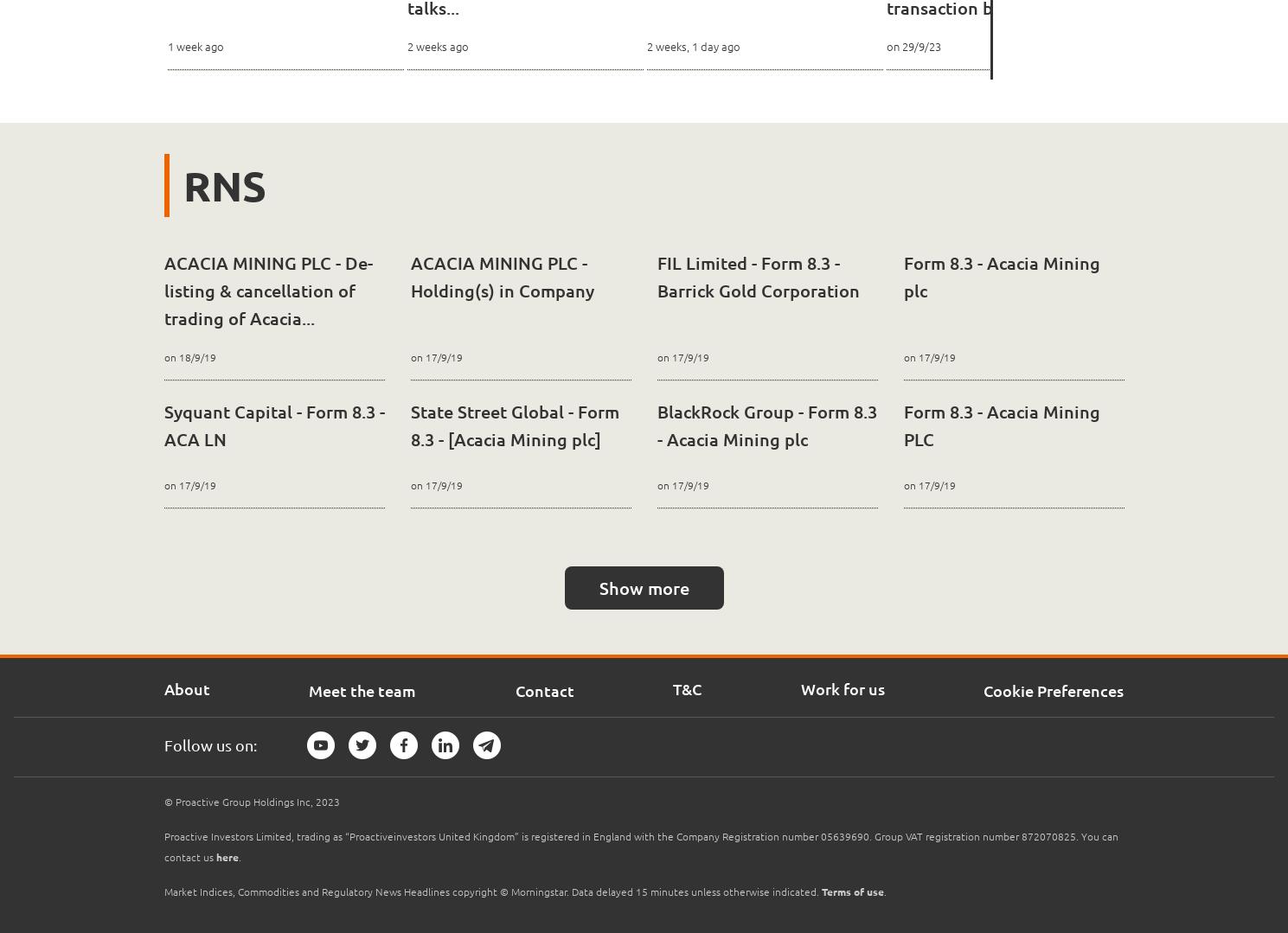 This screenshot has height=933, width=1288. What do you see at coordinates (514, 425) in the screenshot?
I see `'State Street Global - Form 8.3 - [Acacia Mining plc]'` at bounding box center [514, 425].